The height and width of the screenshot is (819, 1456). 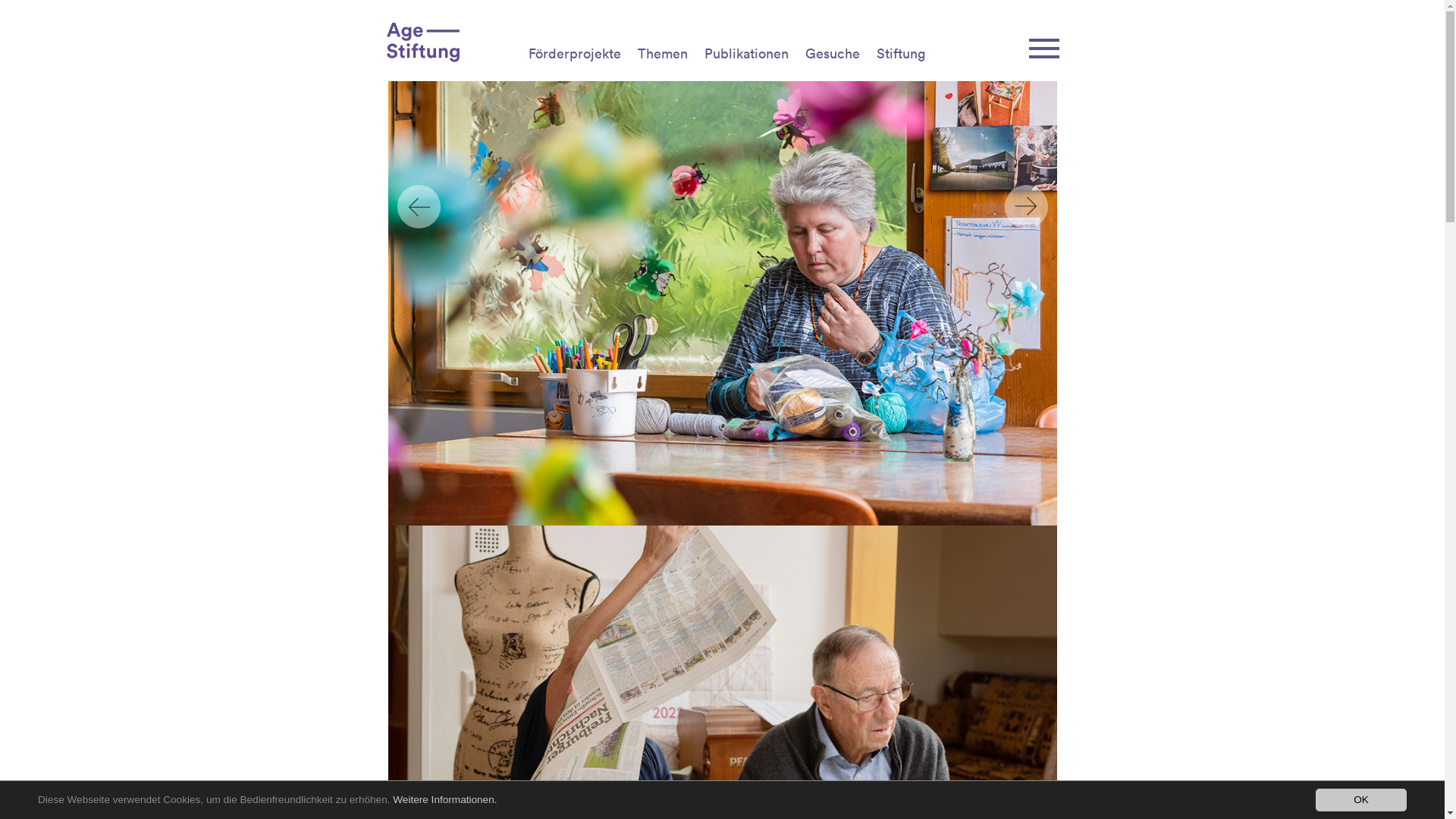 What do you see at coordinates (745, 52) in the screenshot?
I see `'Publikationen'` at bounding box center [745, 52].